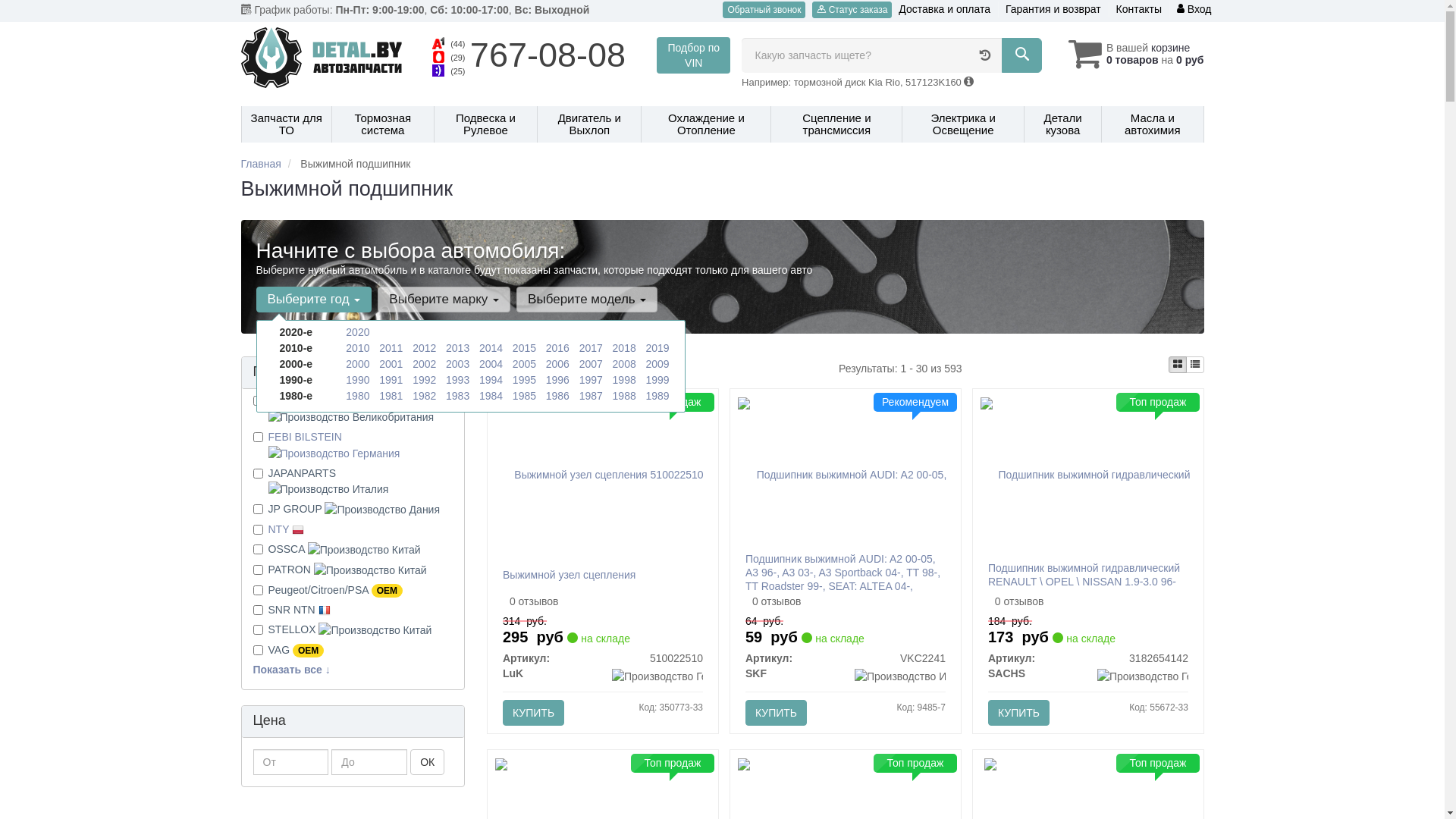 This screenshot has width=1456, height=819. Describe the element at coordinates (657, 379) in the screenshot. I see `'1999'` at that location.